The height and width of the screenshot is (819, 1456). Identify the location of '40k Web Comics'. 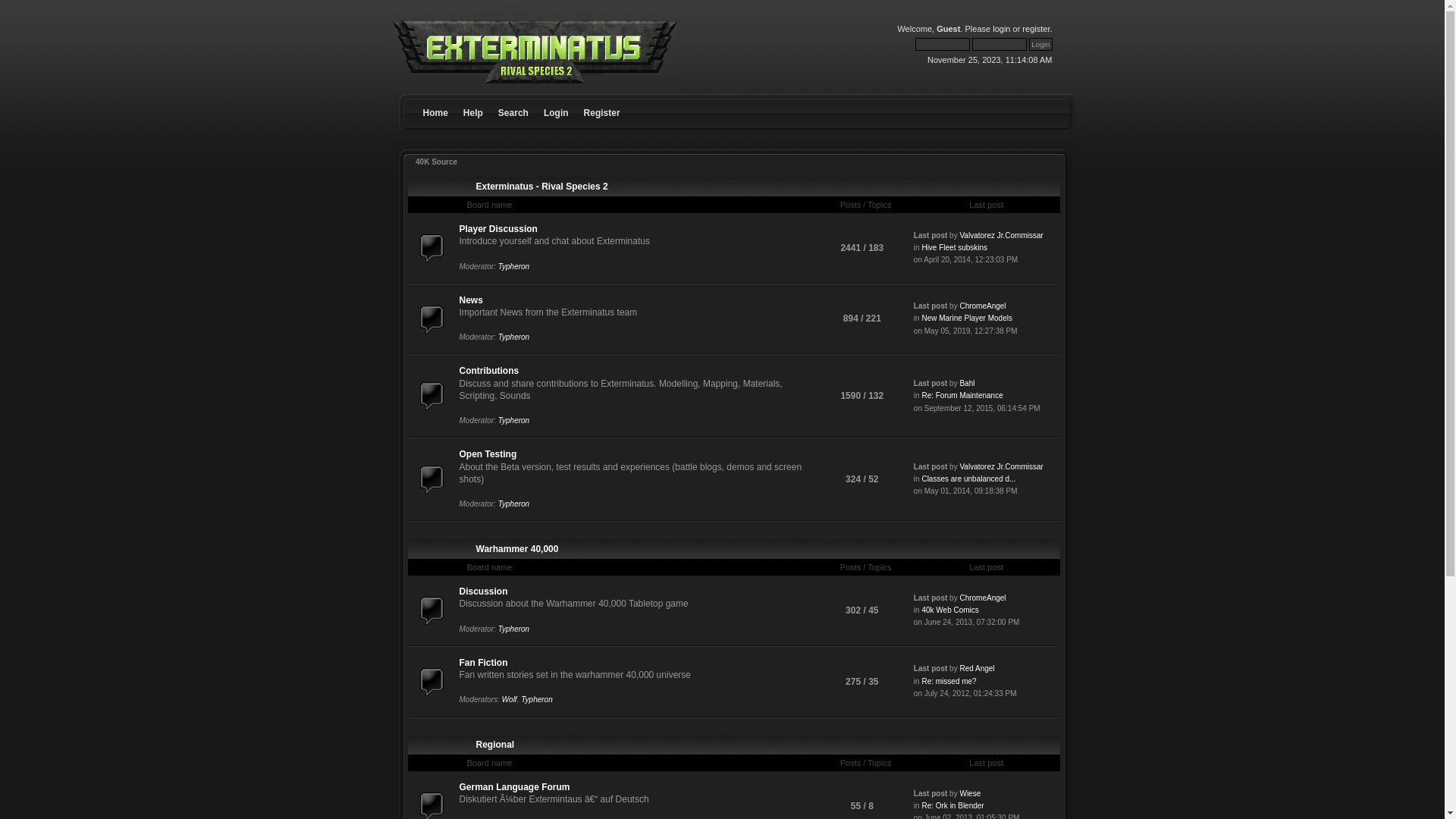
(949, 609).